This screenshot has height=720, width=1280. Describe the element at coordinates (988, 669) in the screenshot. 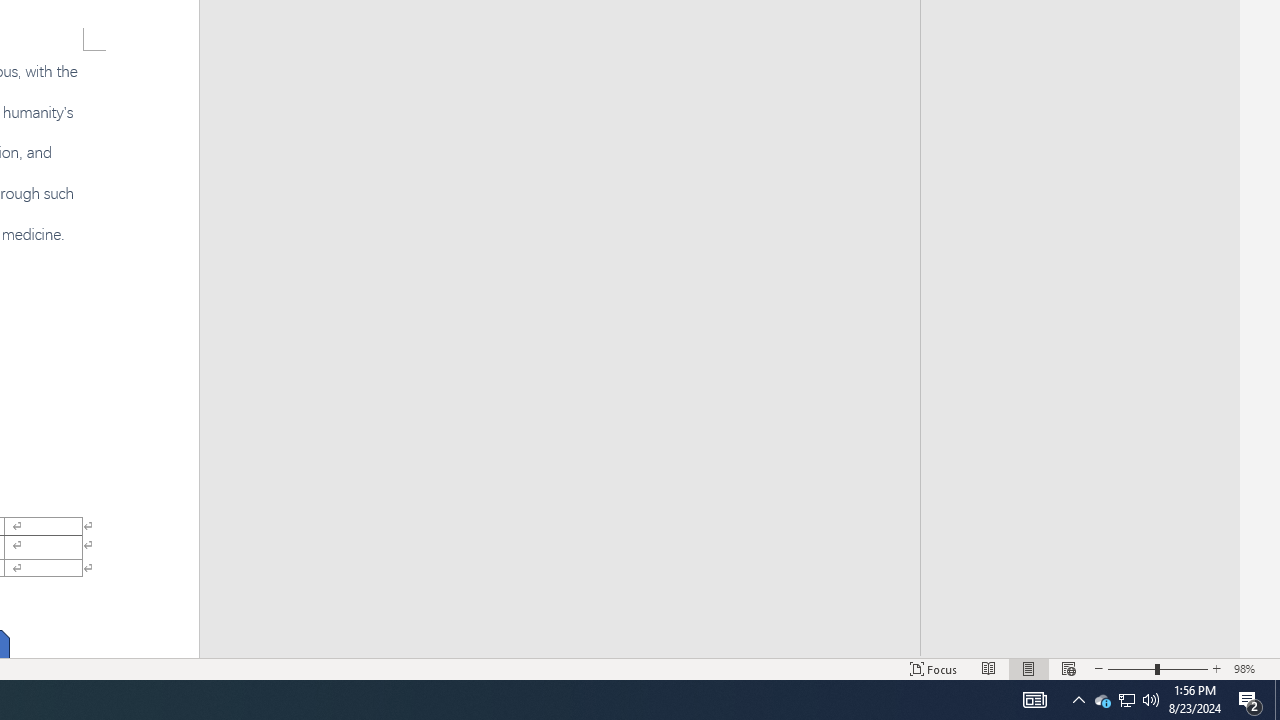

I see `'Read Mode'` at that location.